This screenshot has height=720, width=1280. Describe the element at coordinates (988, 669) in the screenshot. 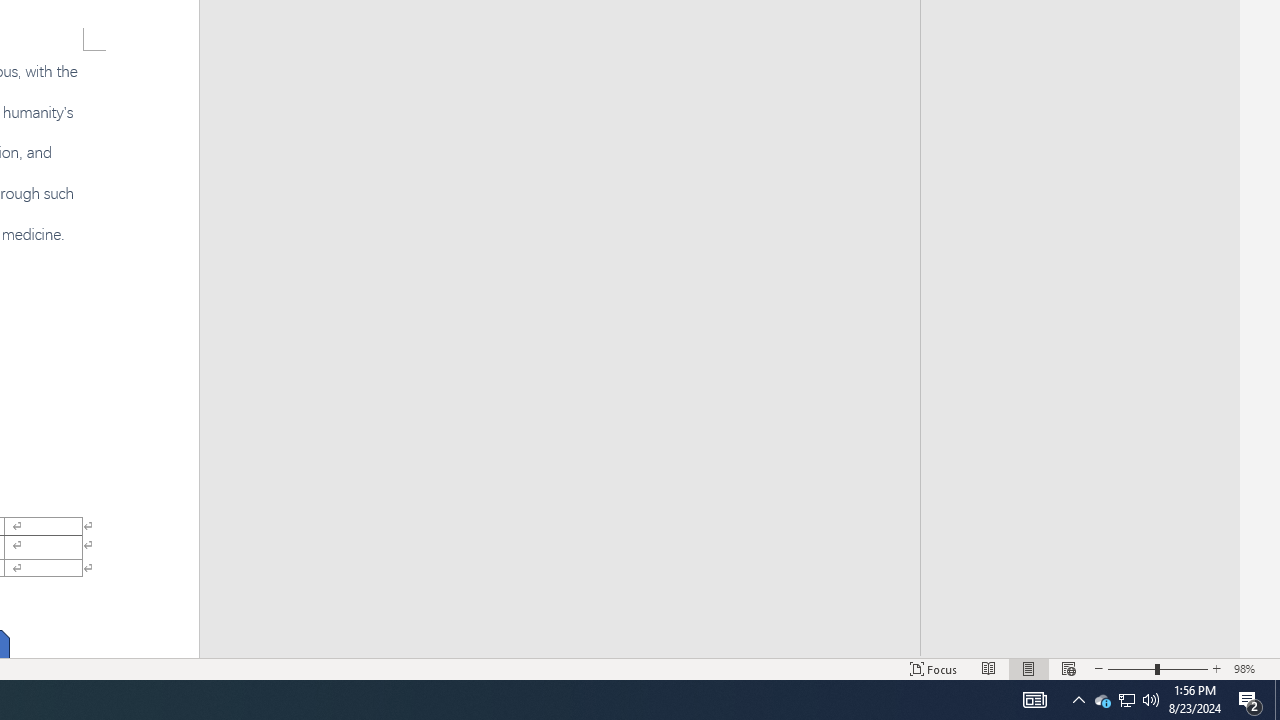

I see `'Read Mode'` at that location.